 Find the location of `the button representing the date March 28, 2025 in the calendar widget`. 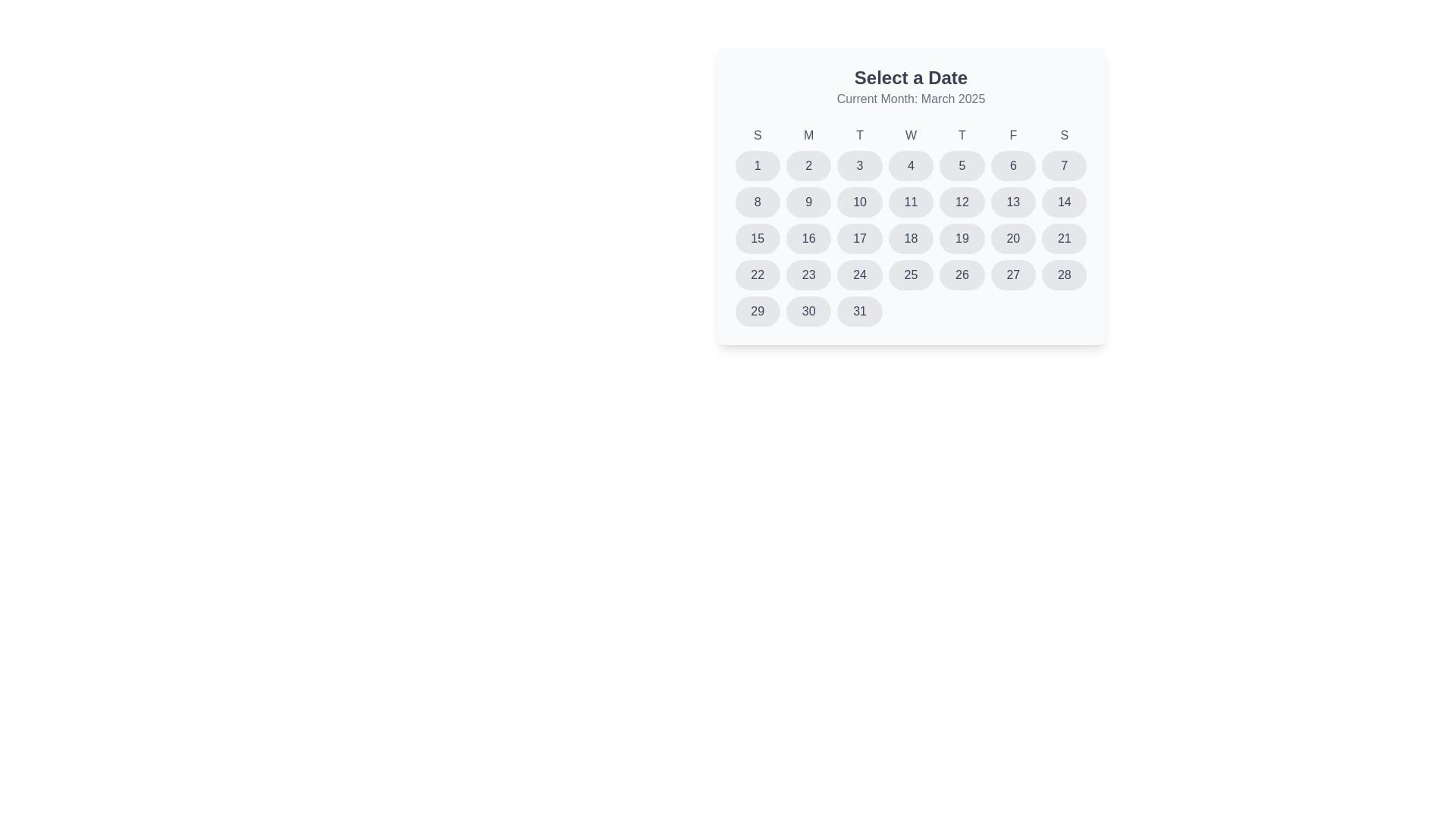

the button representing the date March 28, 2025 in the calendar widget is located at coordinates (1063, 275).